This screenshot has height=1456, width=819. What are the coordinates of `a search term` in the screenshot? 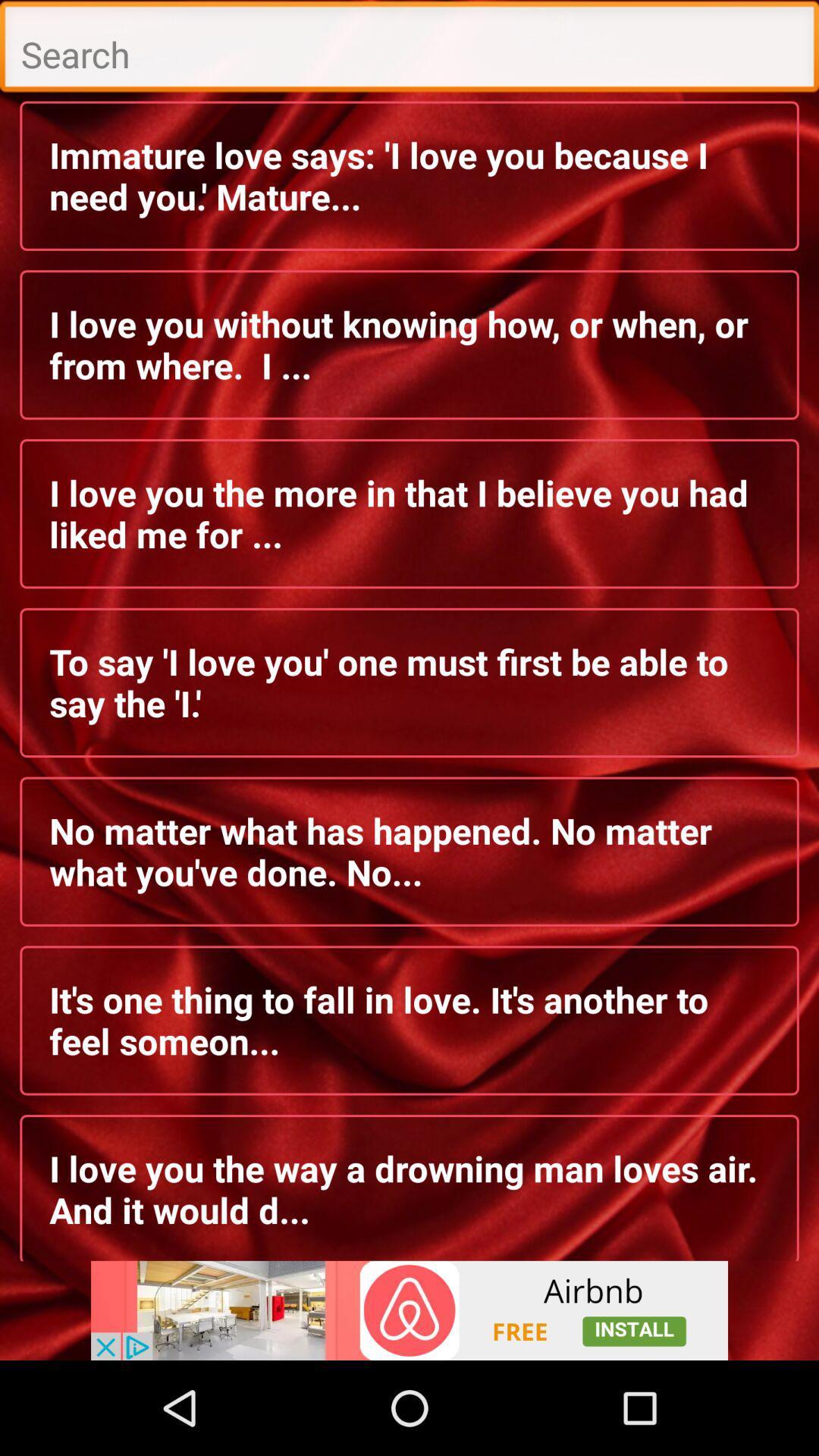 It's located at (409, 50).